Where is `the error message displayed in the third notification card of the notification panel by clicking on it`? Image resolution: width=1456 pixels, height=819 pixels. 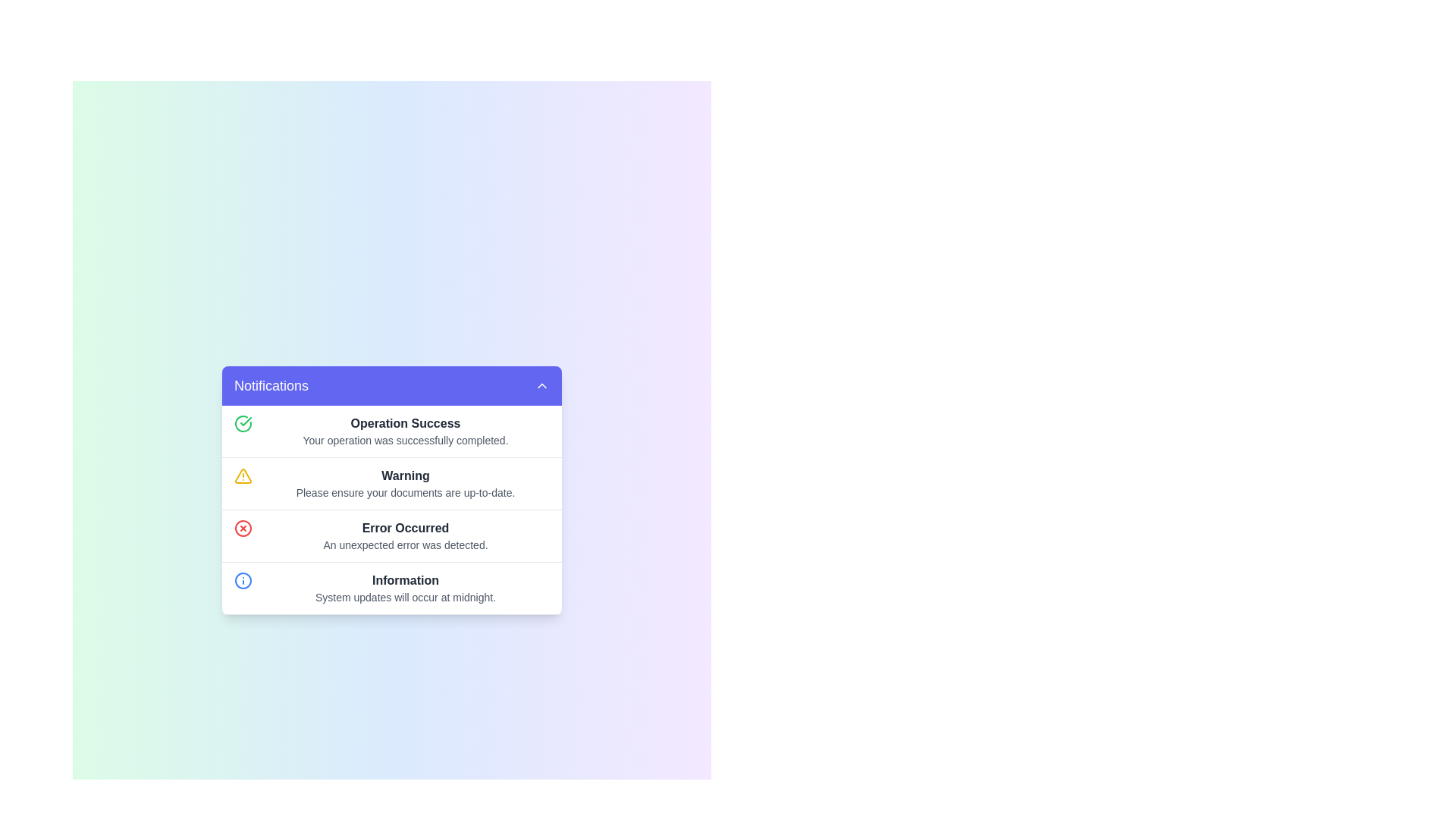 the error message displayed in the third notification card of the notification panel by clicking on it is located at coordinates (392, 535).